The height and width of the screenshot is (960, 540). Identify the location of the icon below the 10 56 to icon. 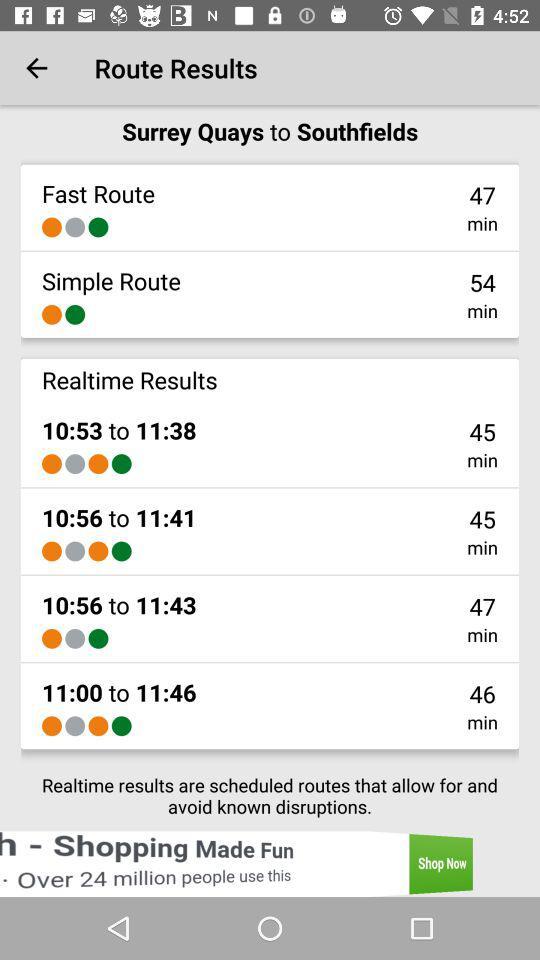
(51, 637).